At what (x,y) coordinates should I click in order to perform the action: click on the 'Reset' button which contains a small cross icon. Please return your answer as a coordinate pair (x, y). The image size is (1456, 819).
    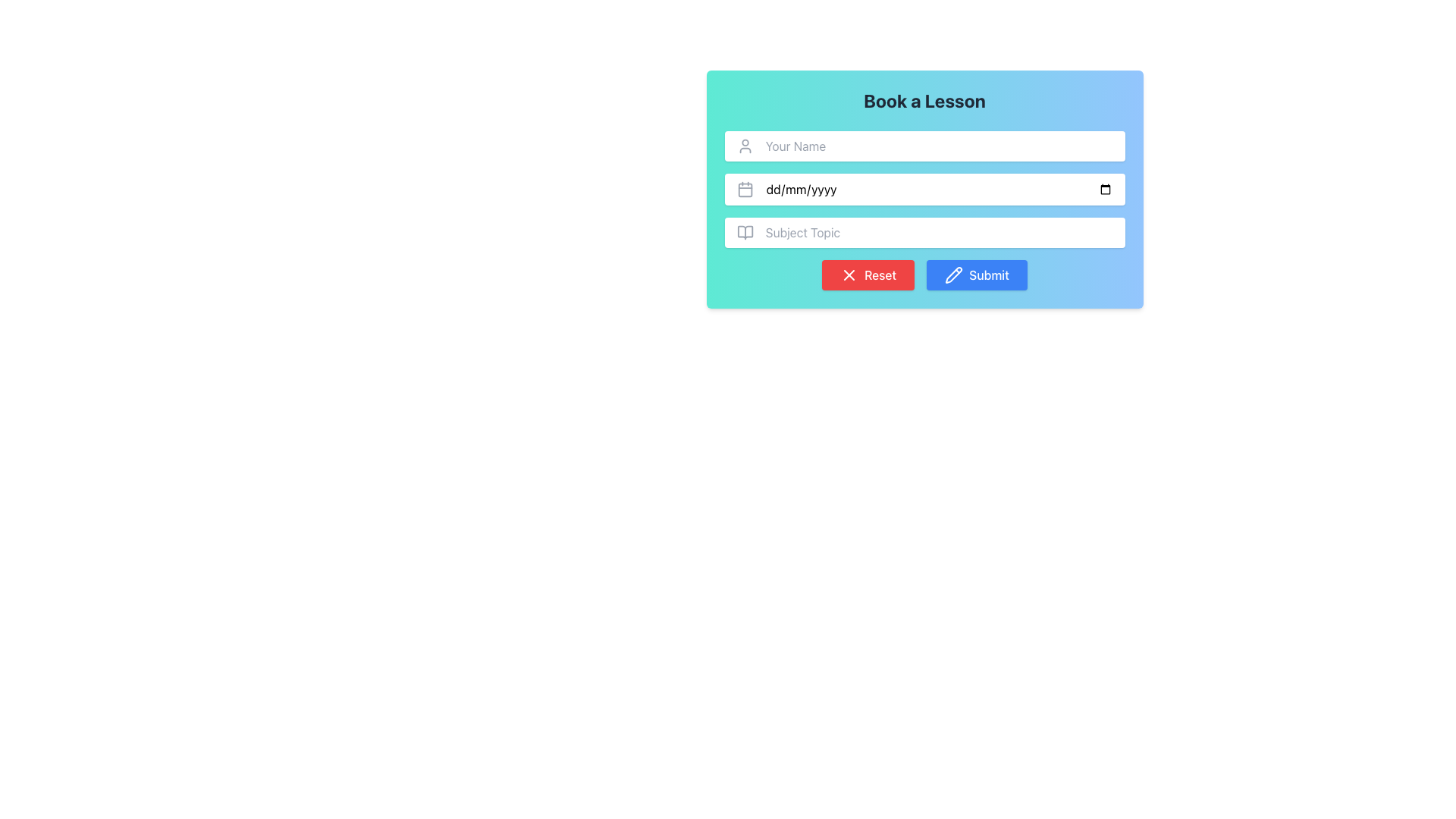
    Looking at the image, I should click on (849, 275).